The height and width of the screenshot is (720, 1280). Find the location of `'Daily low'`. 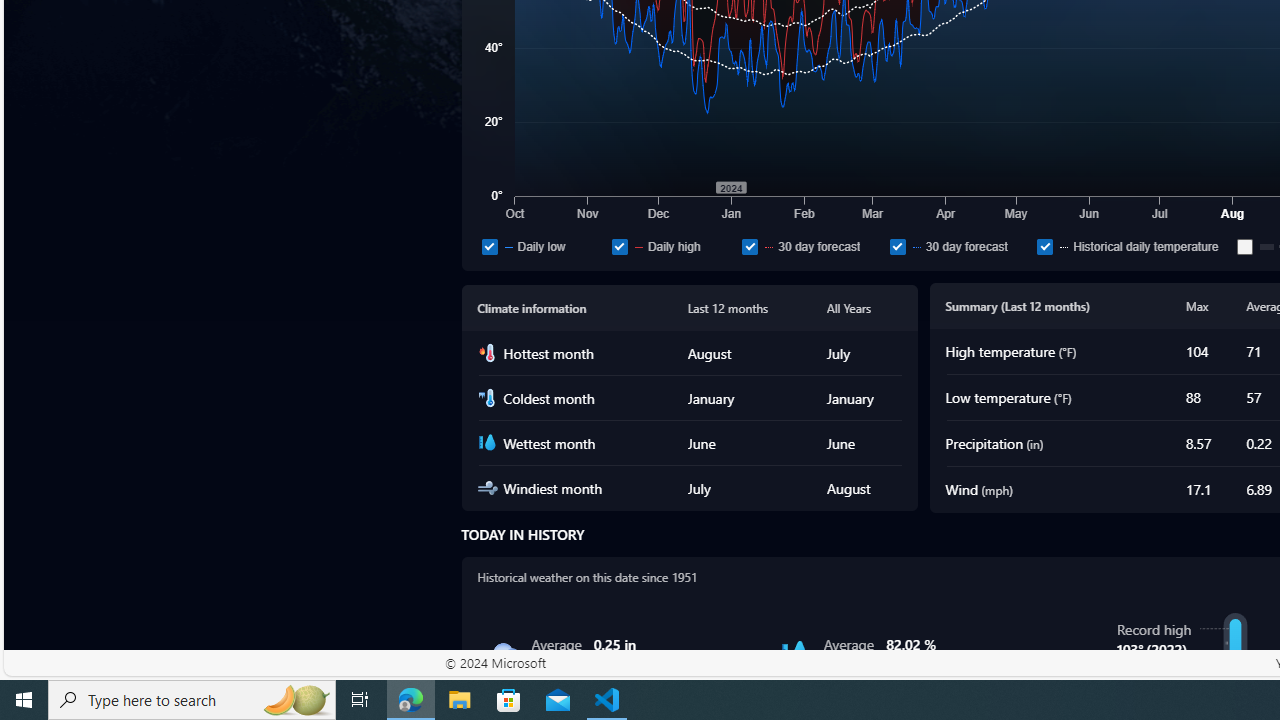

'Daily low' is located at coordinates (542, 245).